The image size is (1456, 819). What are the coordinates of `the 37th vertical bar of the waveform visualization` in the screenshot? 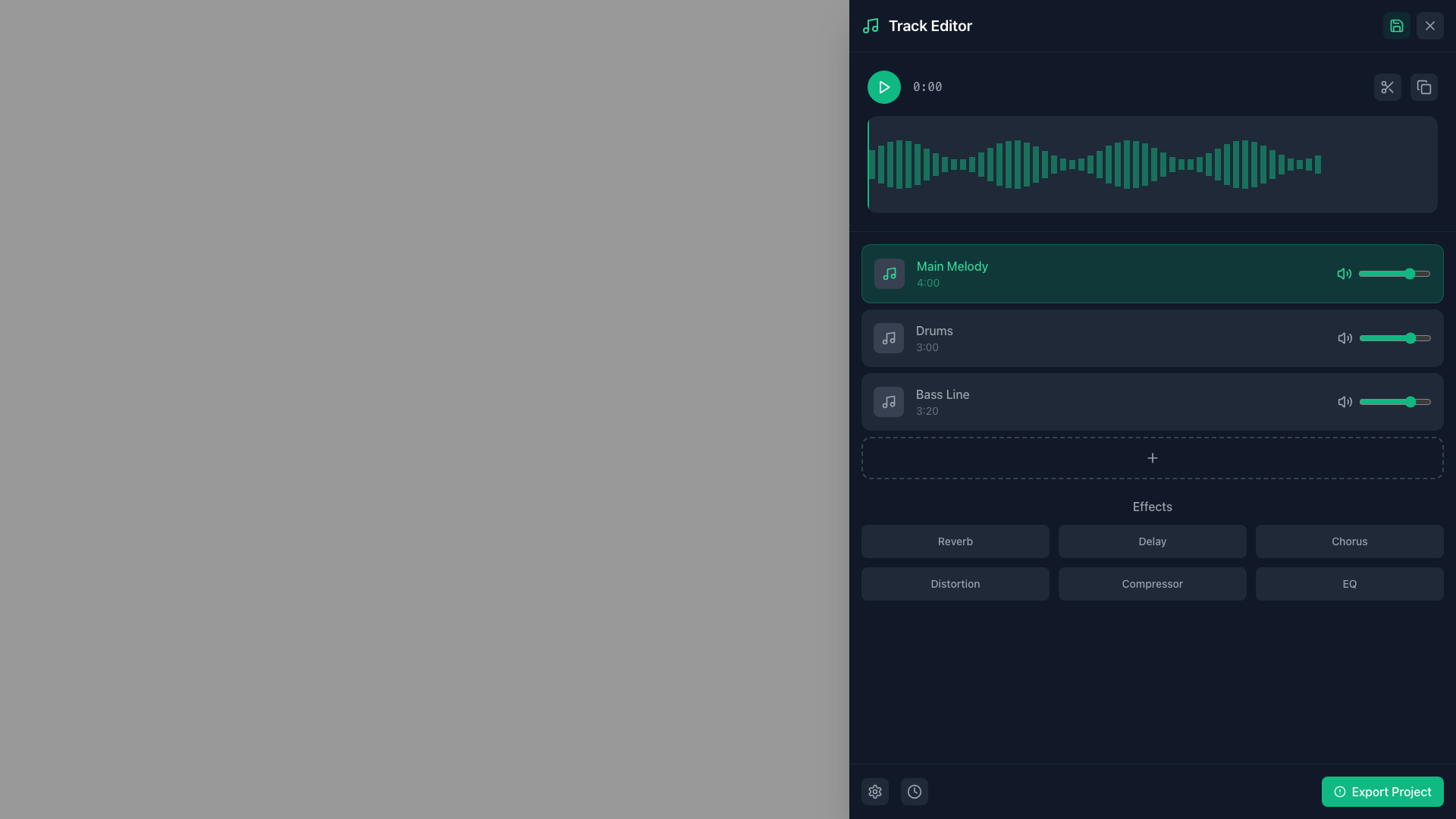 It's located at (1163, 164).